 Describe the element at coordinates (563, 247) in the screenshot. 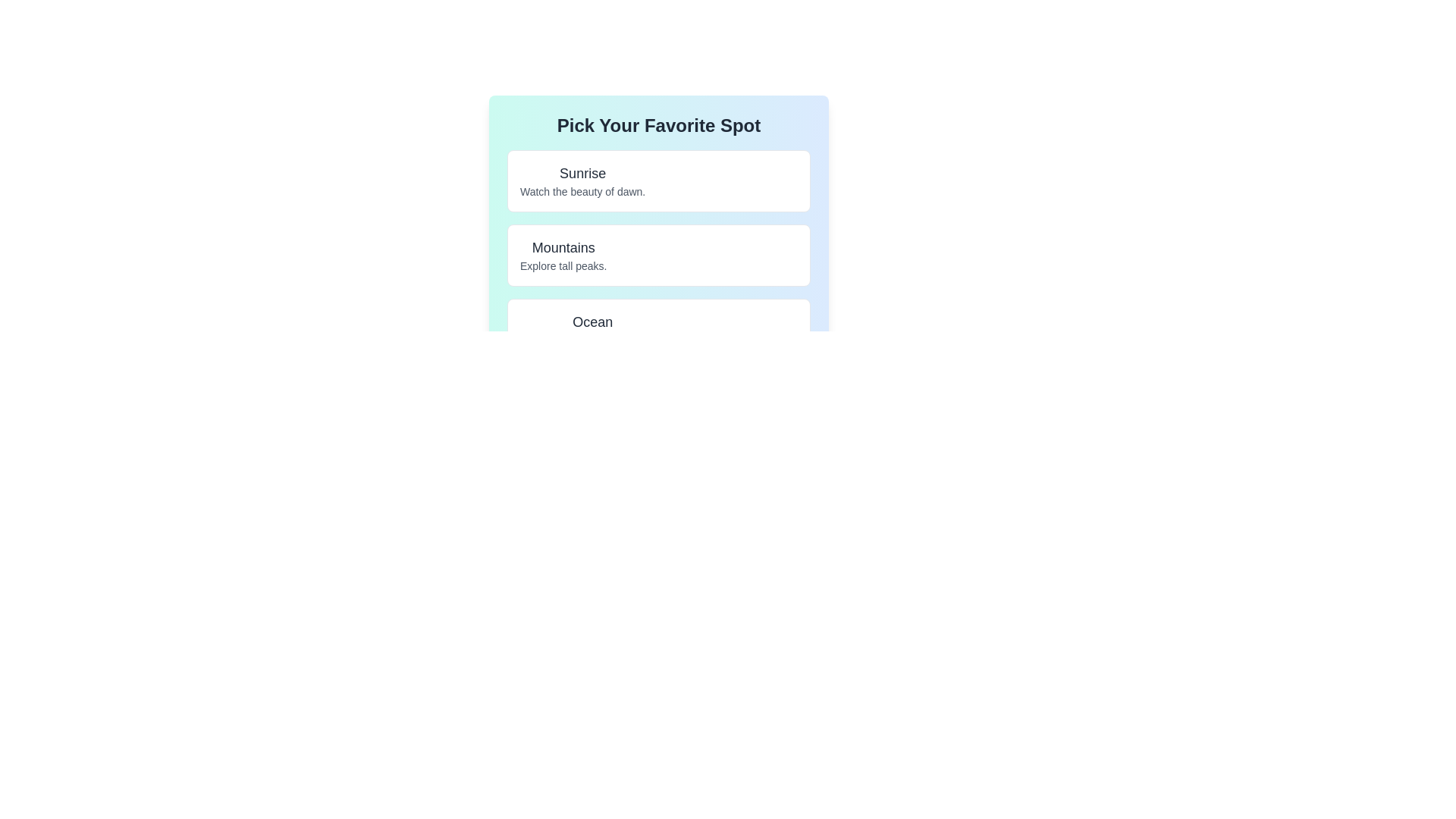

I see `the text element displaying the word 'Mountains', which is styled in a larger, bold, dark gray font, and is positioned centrally between the sections labeled 'Sunrise' and 'Ocean'` at that location.